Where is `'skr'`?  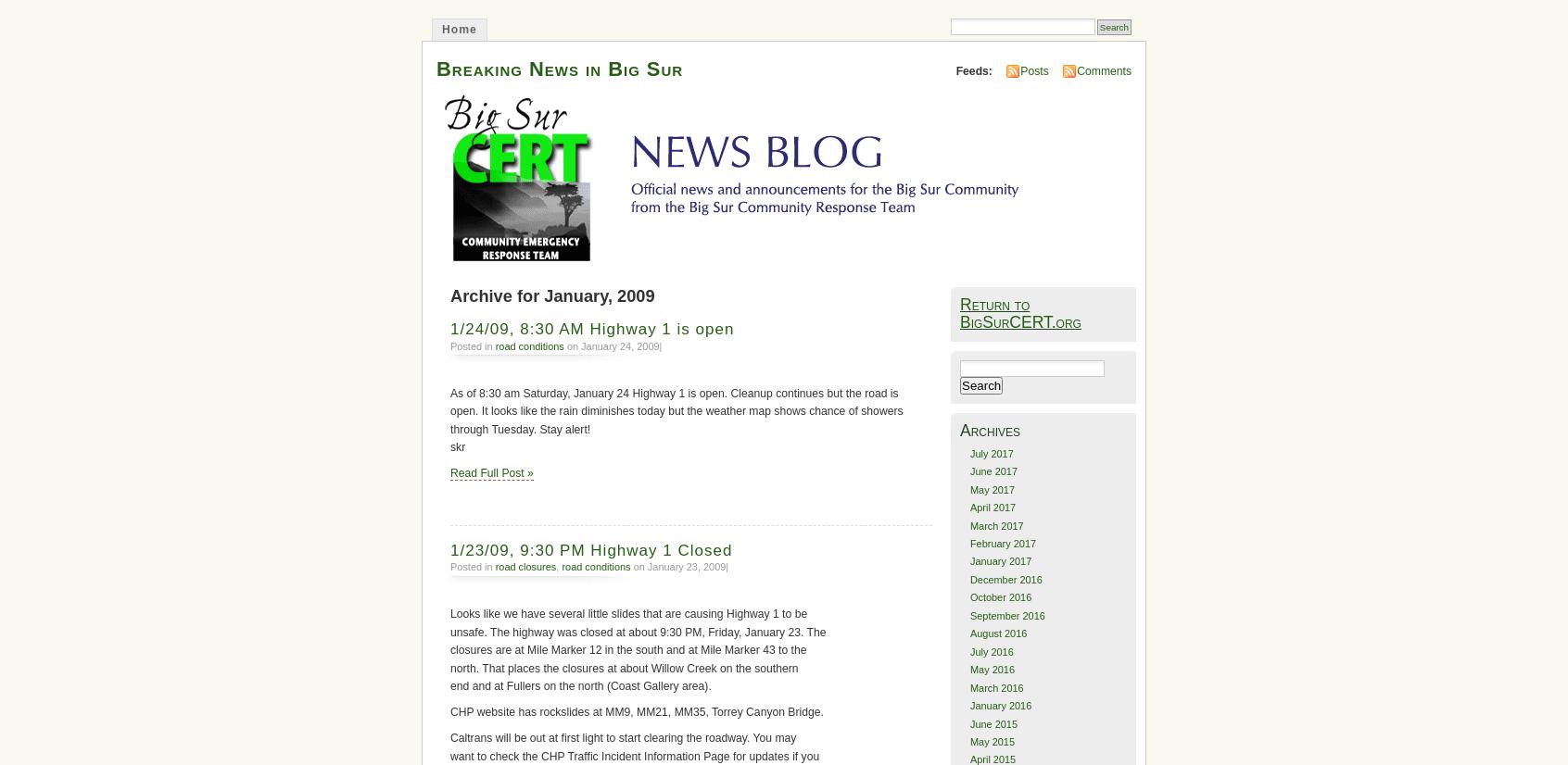 'skr' is located at coordinates (458, 446).